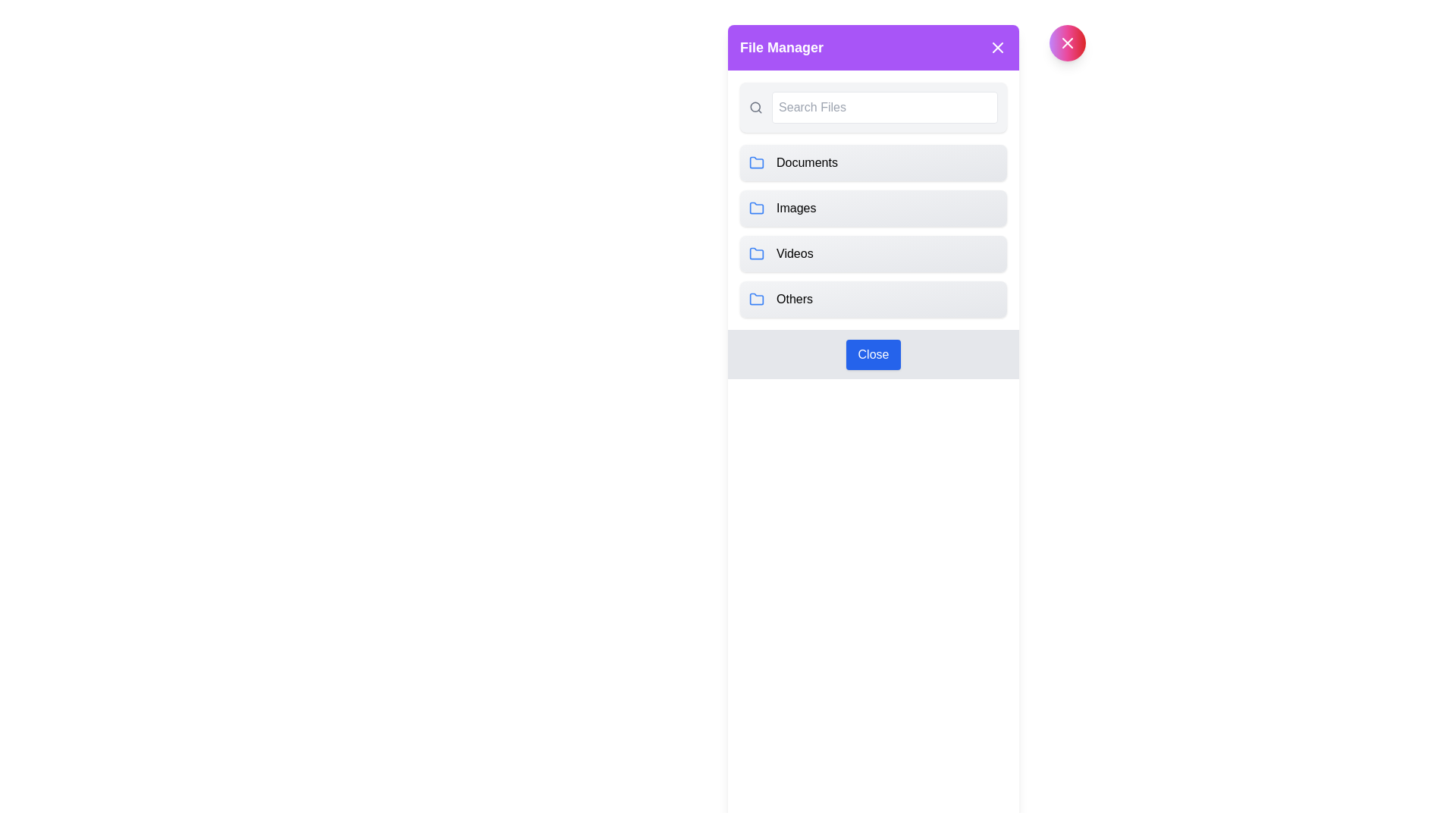  I want to click on the close button located at the far-right end of the top purple header bar of the 'File Manager', so click(1066, 42).